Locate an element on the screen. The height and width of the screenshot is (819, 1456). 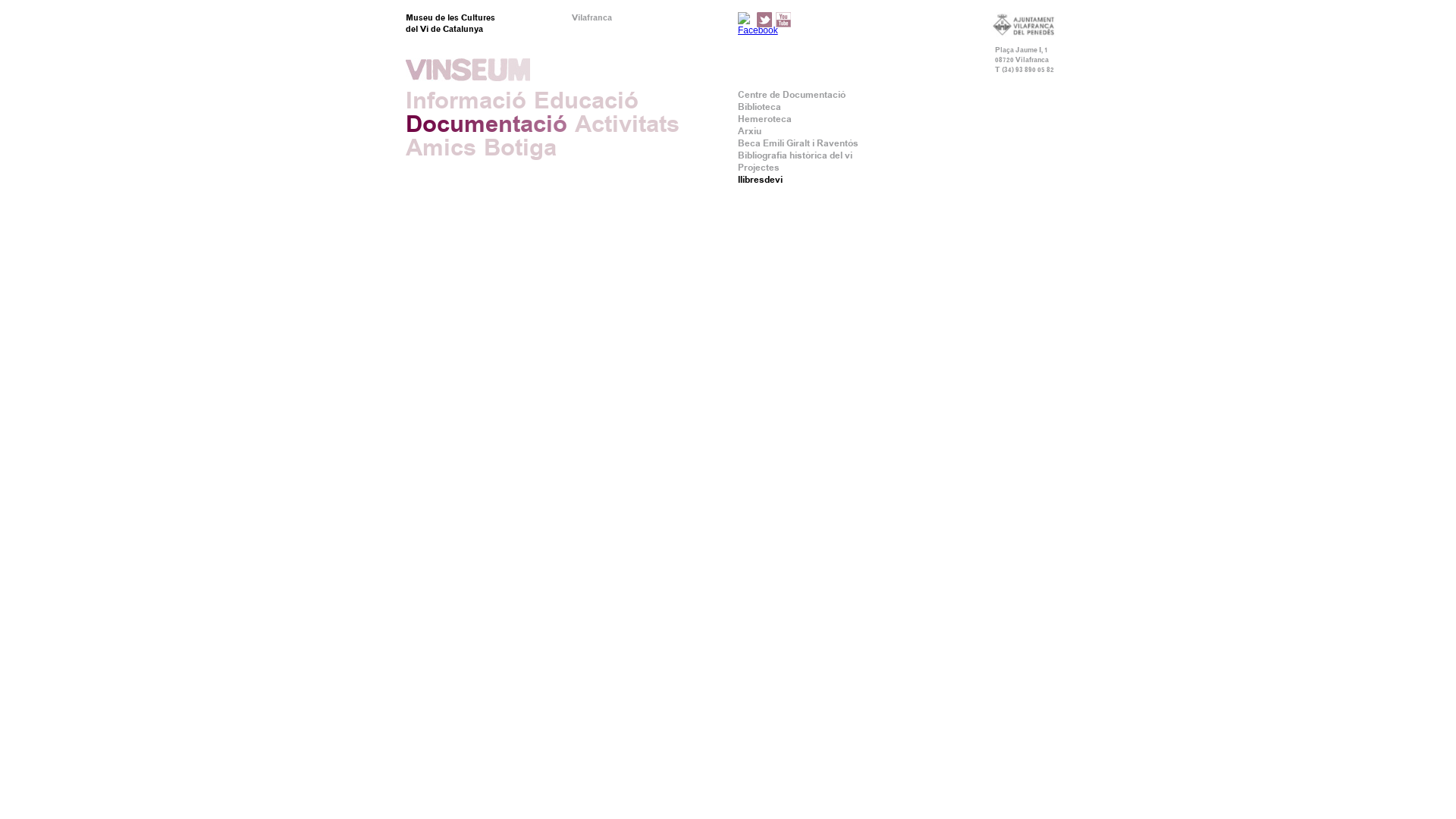
'Amics' is located at coordinates (440, 147).